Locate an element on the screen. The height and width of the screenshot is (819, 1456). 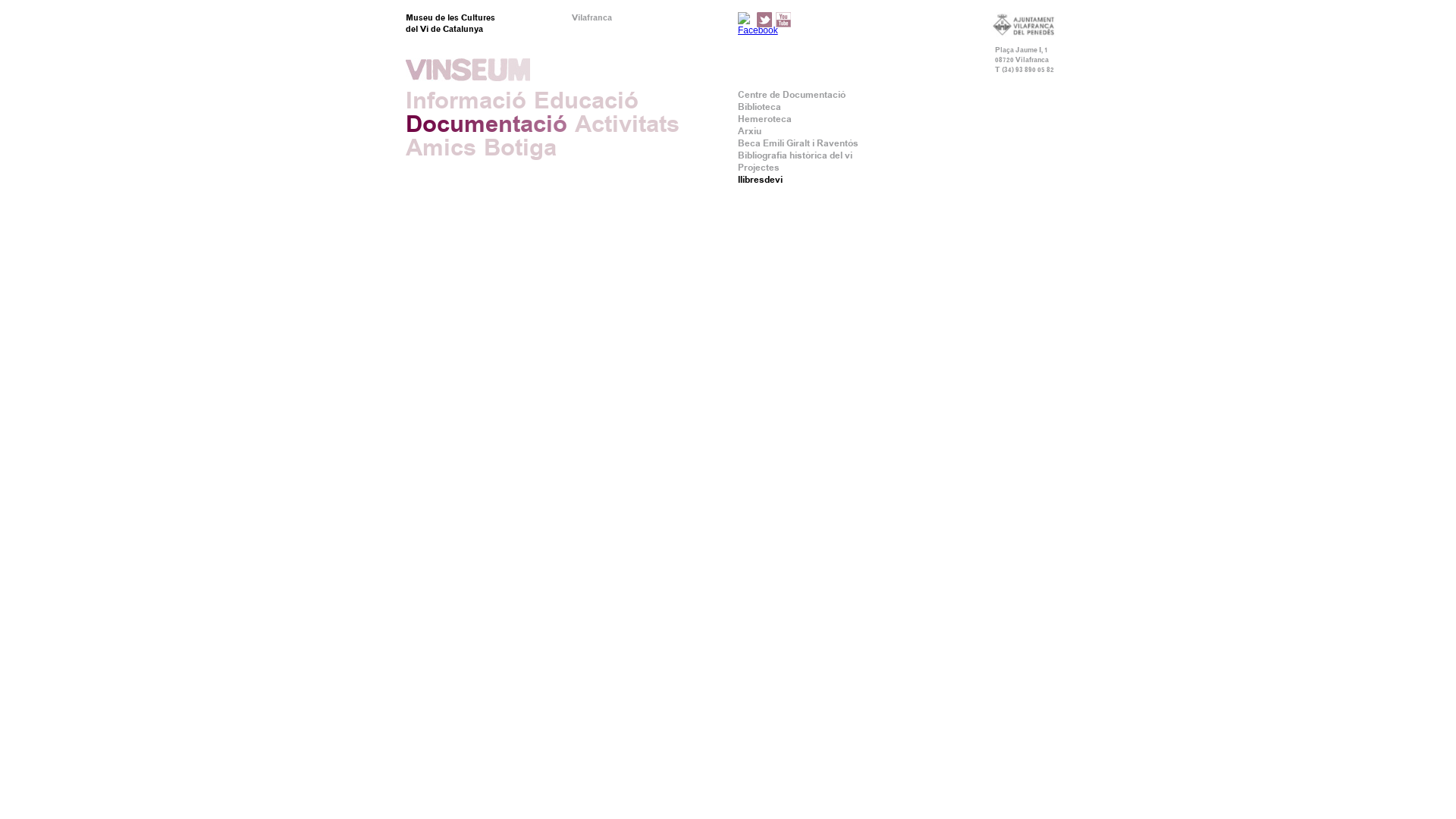
'Amics' is located at coordinates (440, 147).